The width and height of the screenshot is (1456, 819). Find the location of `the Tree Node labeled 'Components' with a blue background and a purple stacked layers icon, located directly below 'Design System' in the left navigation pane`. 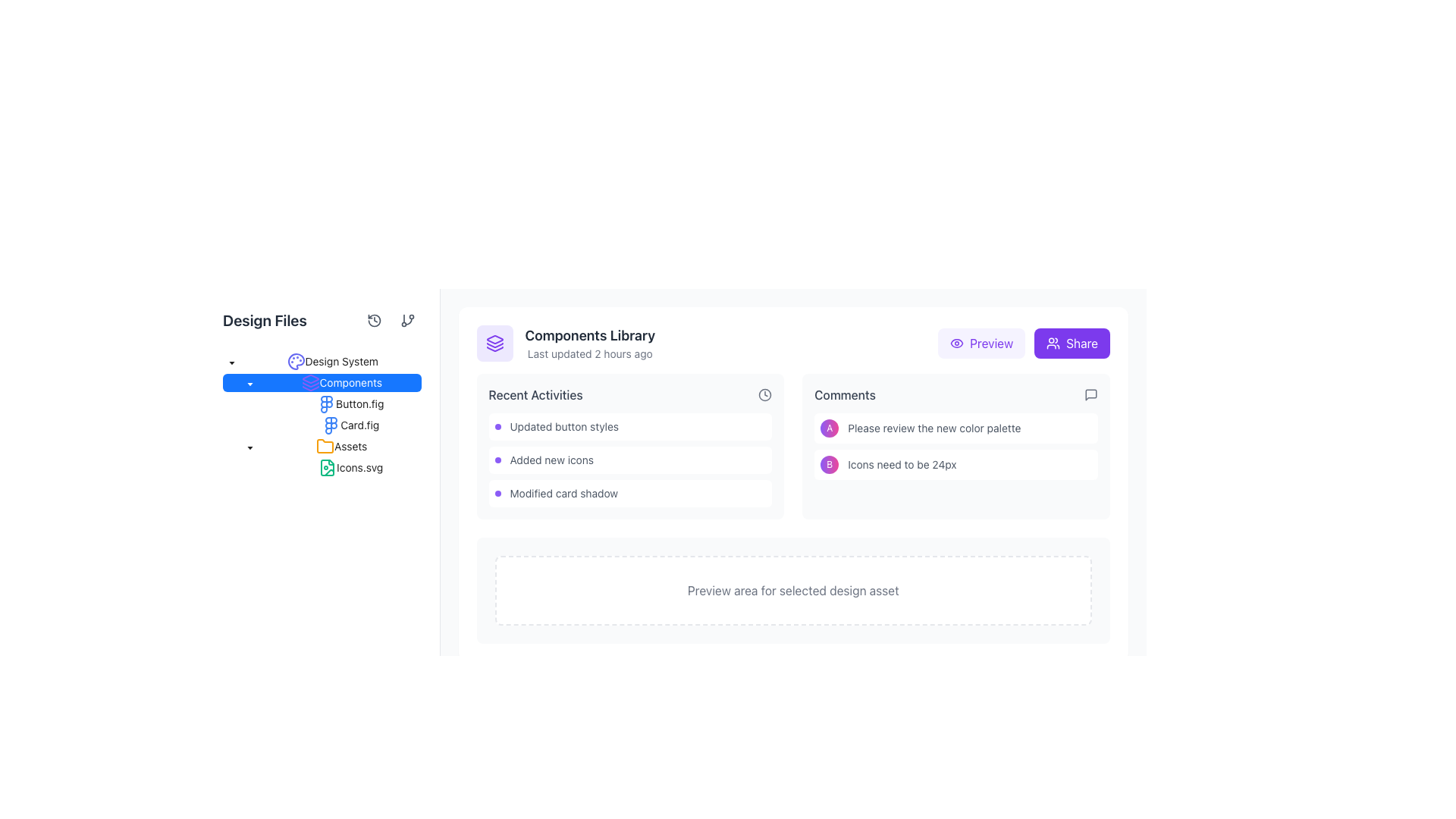

the Tree Node labeled 'Components' with a blue background and a purple stacked layers icon, located directly below 'Design System' in the left navigation pane is located at coordinates (340, 382).